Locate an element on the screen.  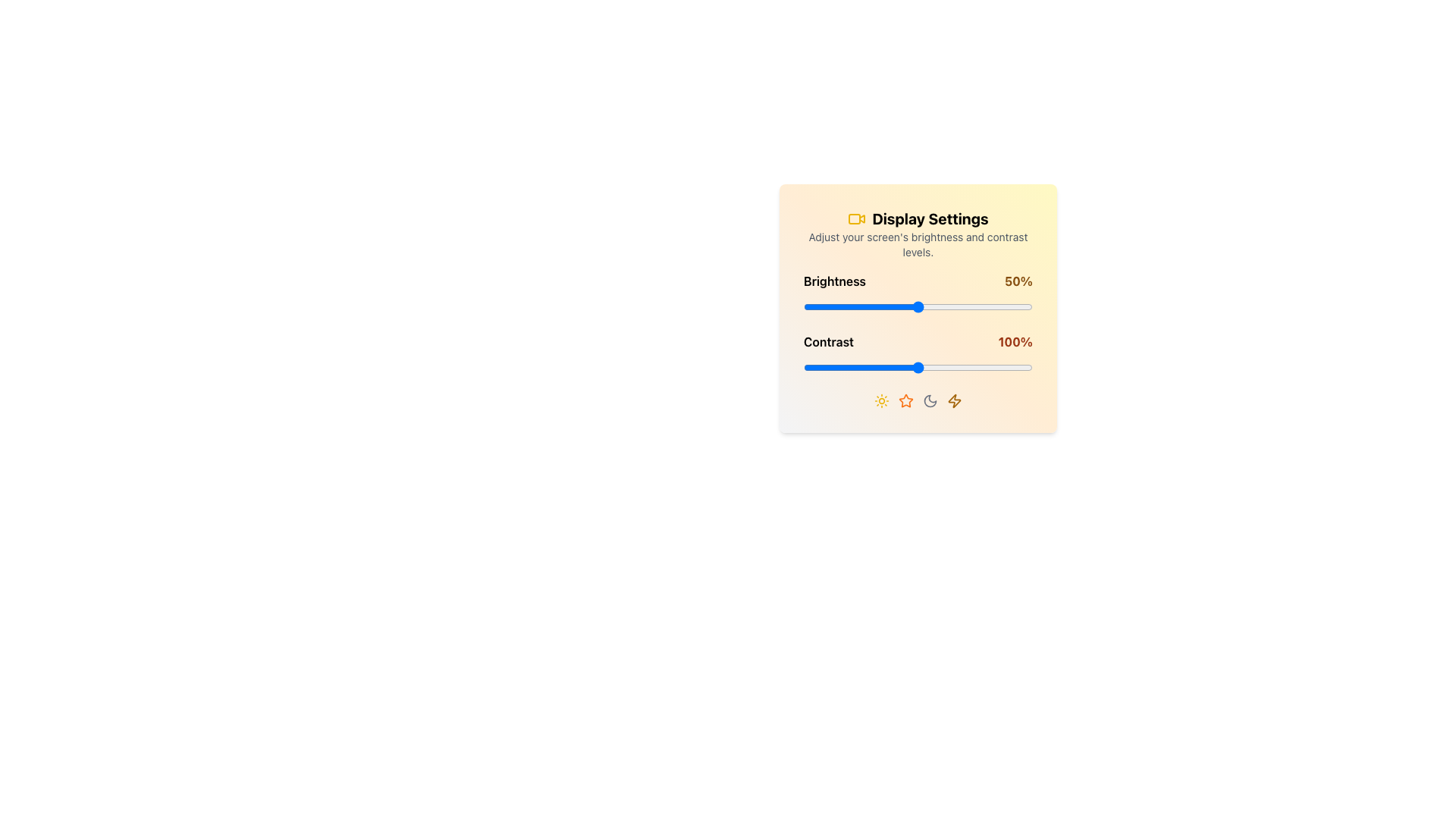
the 'Brightness' label which displays '50%' in bold yellow font, located in the 'Display Settings' panel above the slider bar is located at coordinates (917, 281).